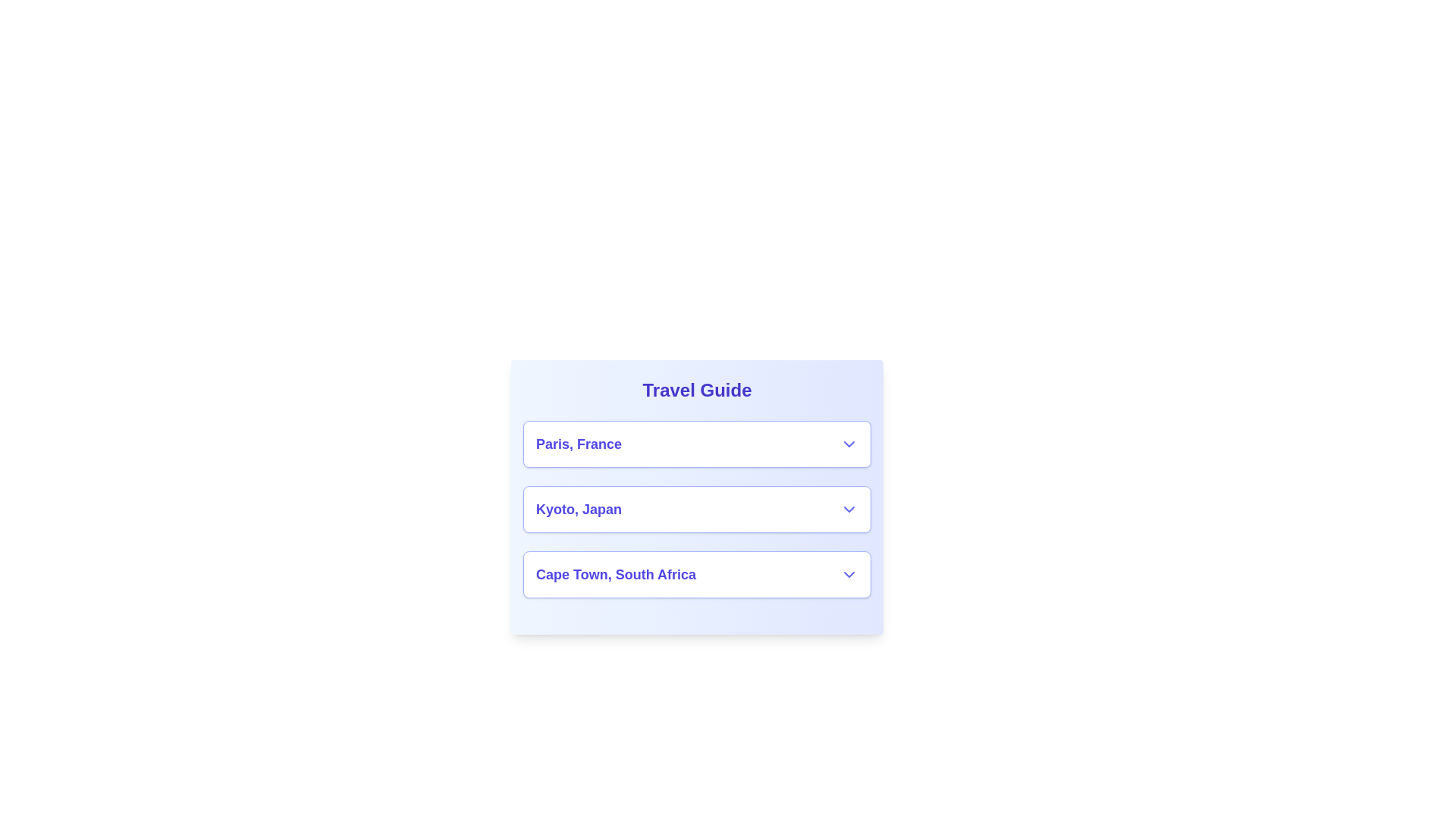  I want to click on the Text Label that serves as a location title for the dropdown menu to possibly highlight it or trigger a tooltip, so click(578, 444).